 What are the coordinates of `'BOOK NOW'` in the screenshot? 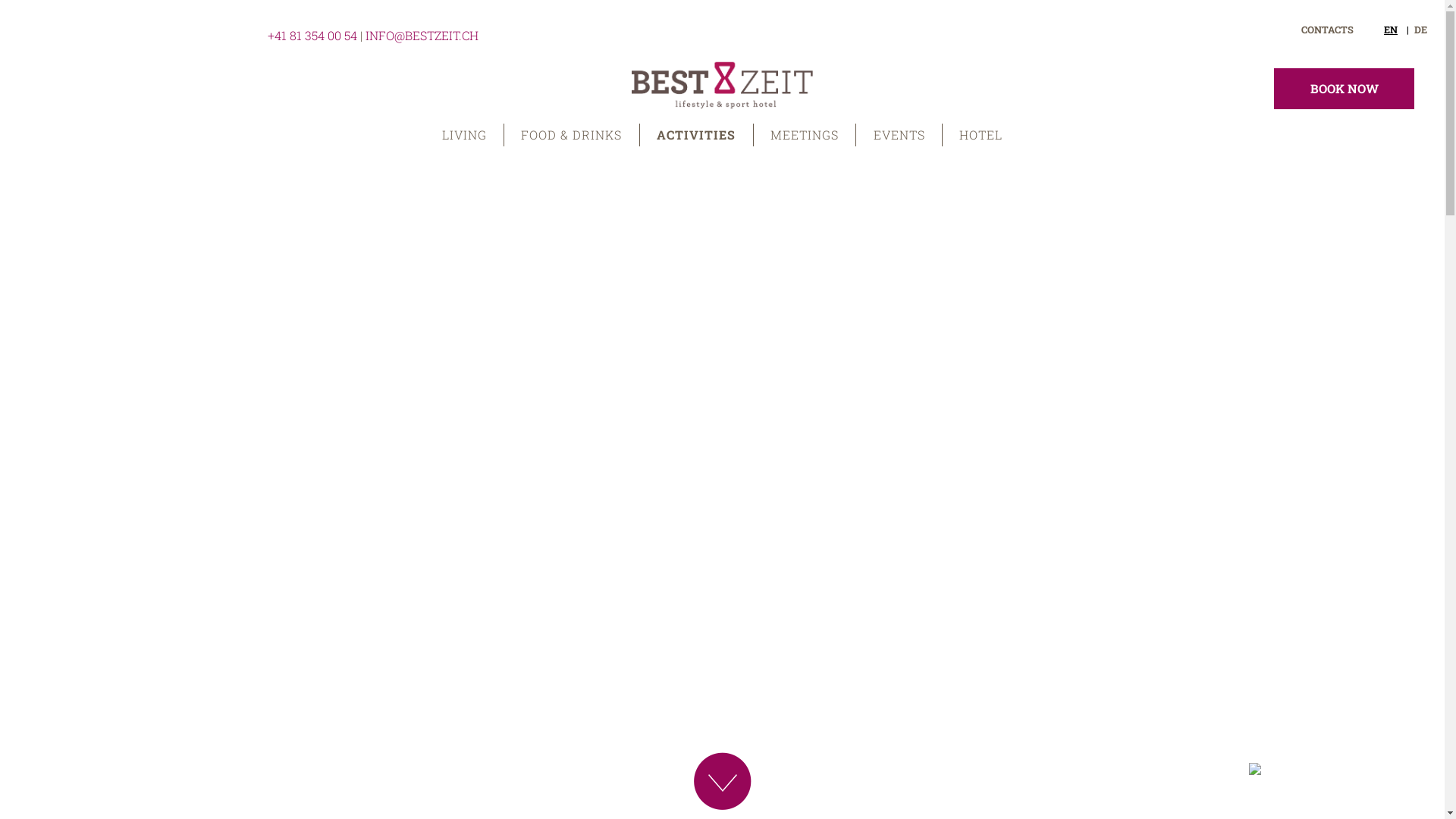 It's located at (1344, 88).